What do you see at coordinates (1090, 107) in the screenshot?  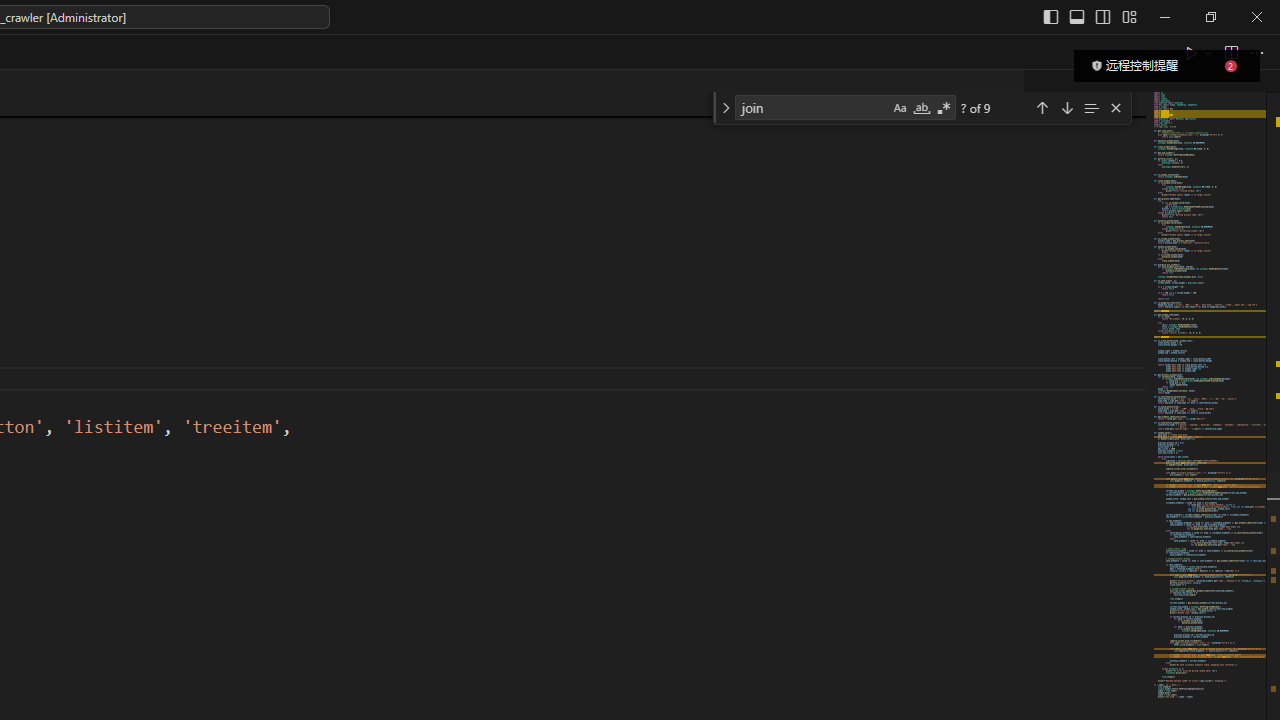 I see `'Find in Selection (Alt+L)'` at bounding box center [1090, 107].